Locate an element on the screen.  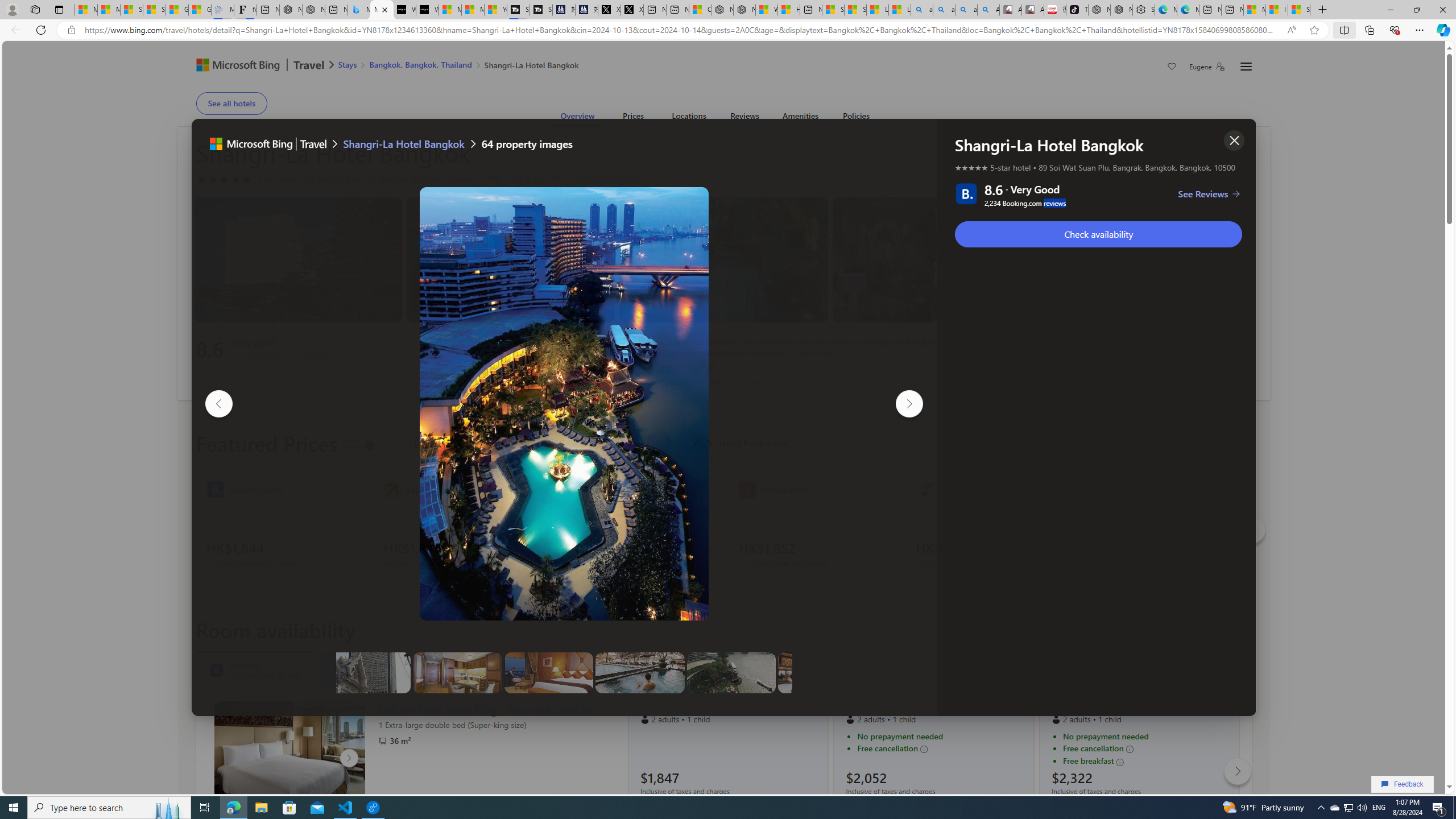
'Nordace Siena Pro 15 Backpack' is located at coordinates (1120, 9).